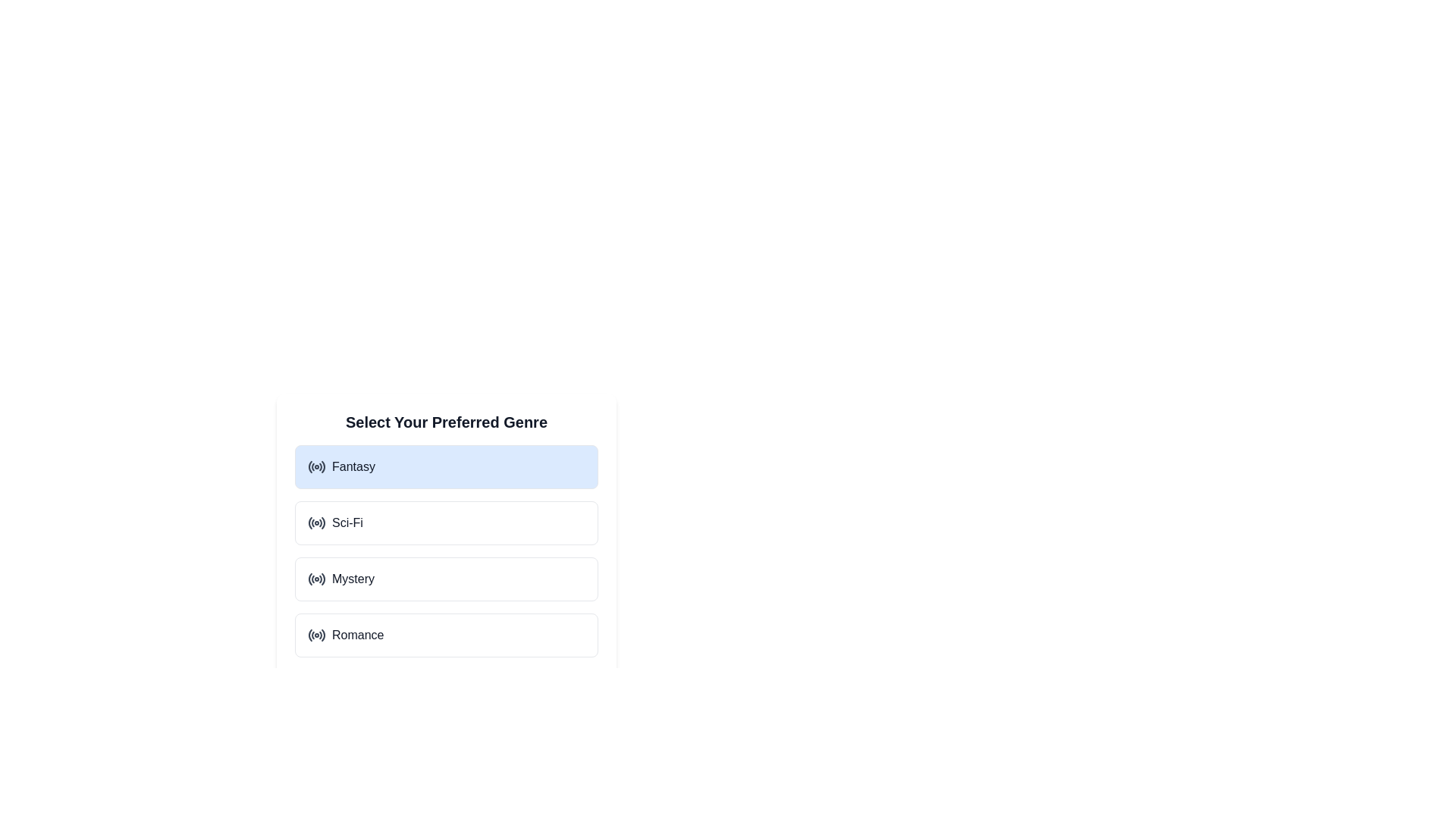 This screenshot has width=1456, height=819. What do you see at coordinates (446, 579) in the screenshot?
I see `the 'Mystery' genre option card, which is the third element in a vertically stacked list of genre options` at bounding box center [446, 579].